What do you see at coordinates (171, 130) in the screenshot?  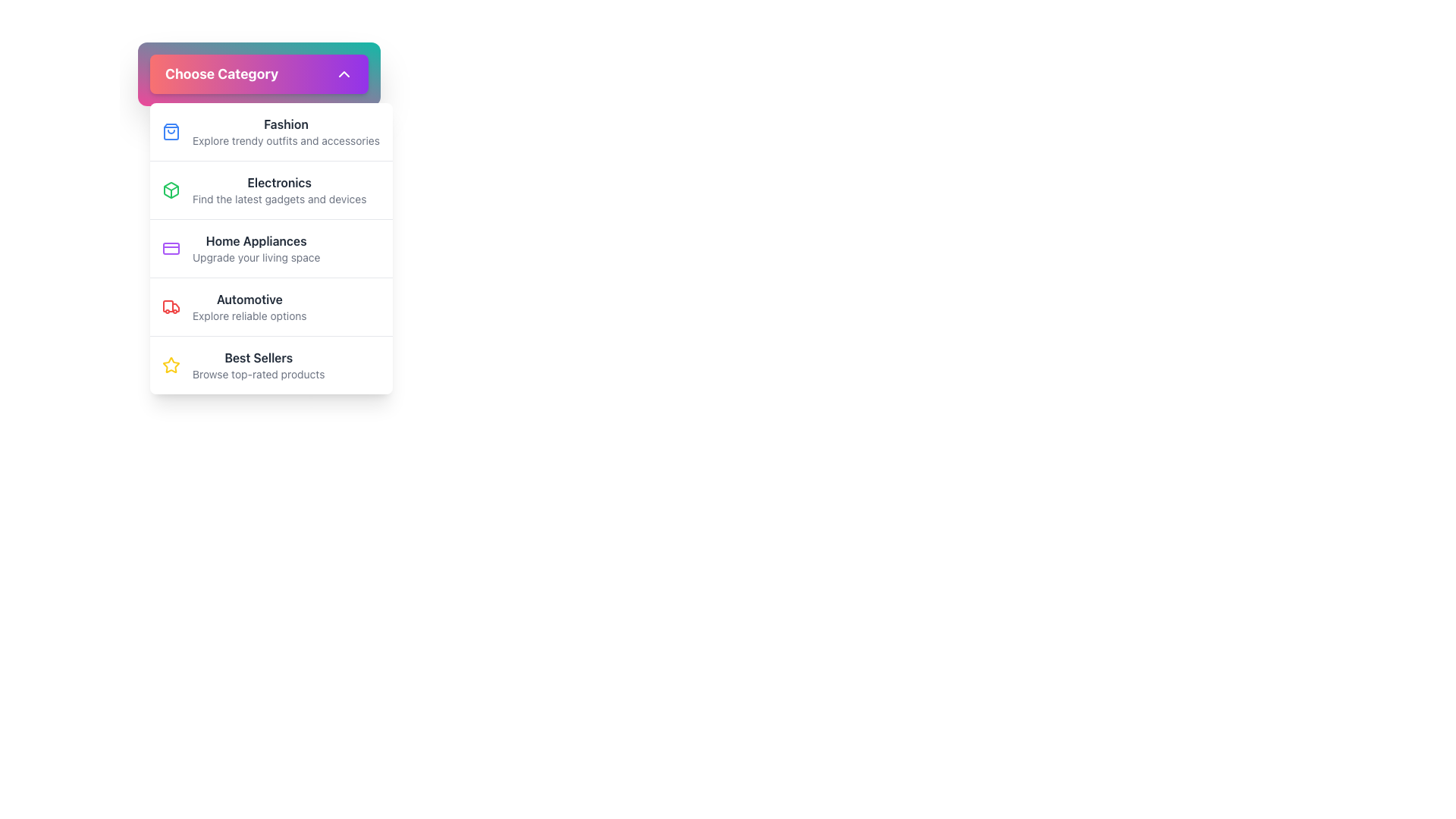 I see `the 'Fashion' category icon in the dropdown menu, which is the first icon representing the Fashion section` at bounding box center [171, 130].